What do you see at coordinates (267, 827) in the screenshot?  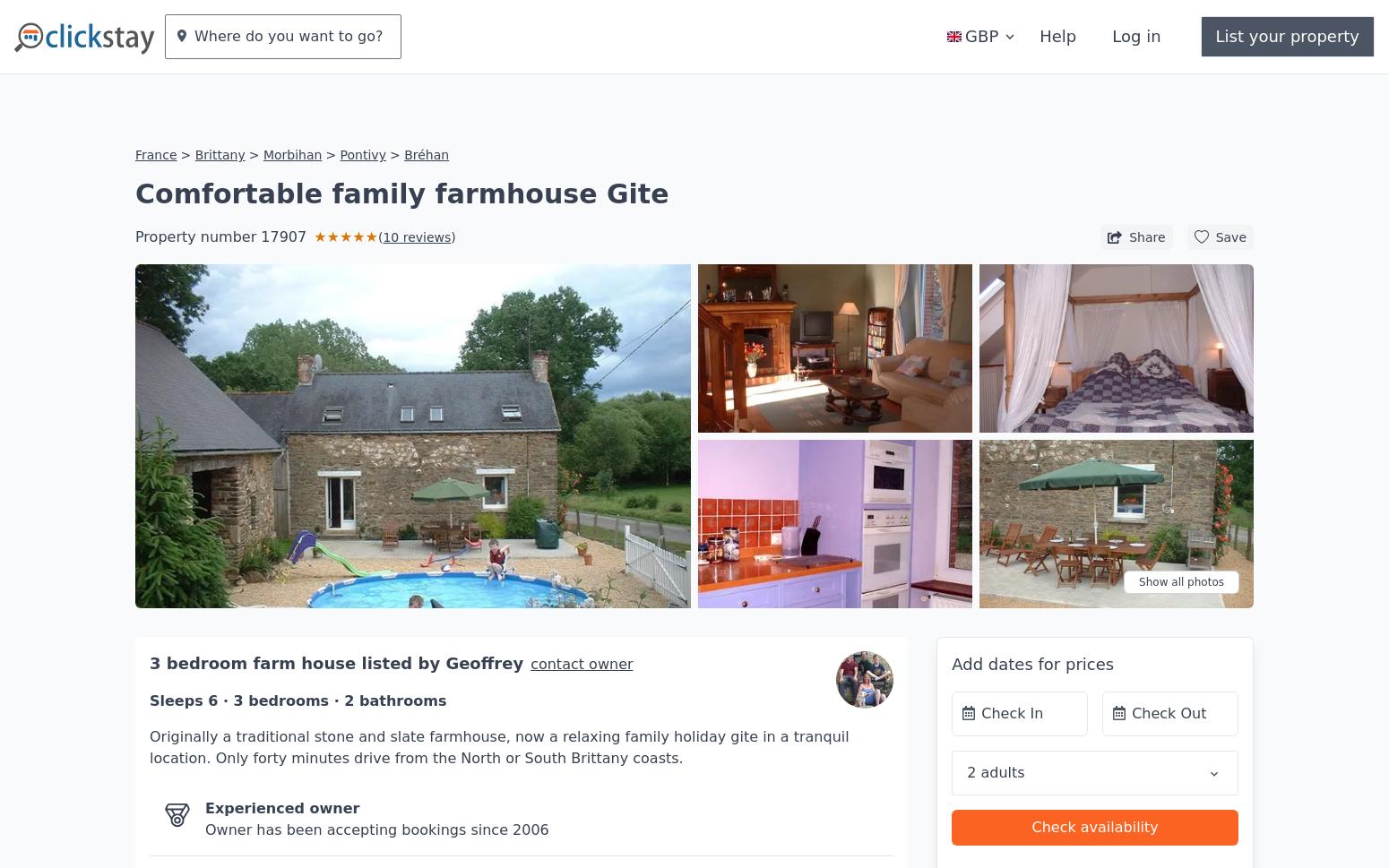 I see `'No service fees'` at bounding box center [267, 827].